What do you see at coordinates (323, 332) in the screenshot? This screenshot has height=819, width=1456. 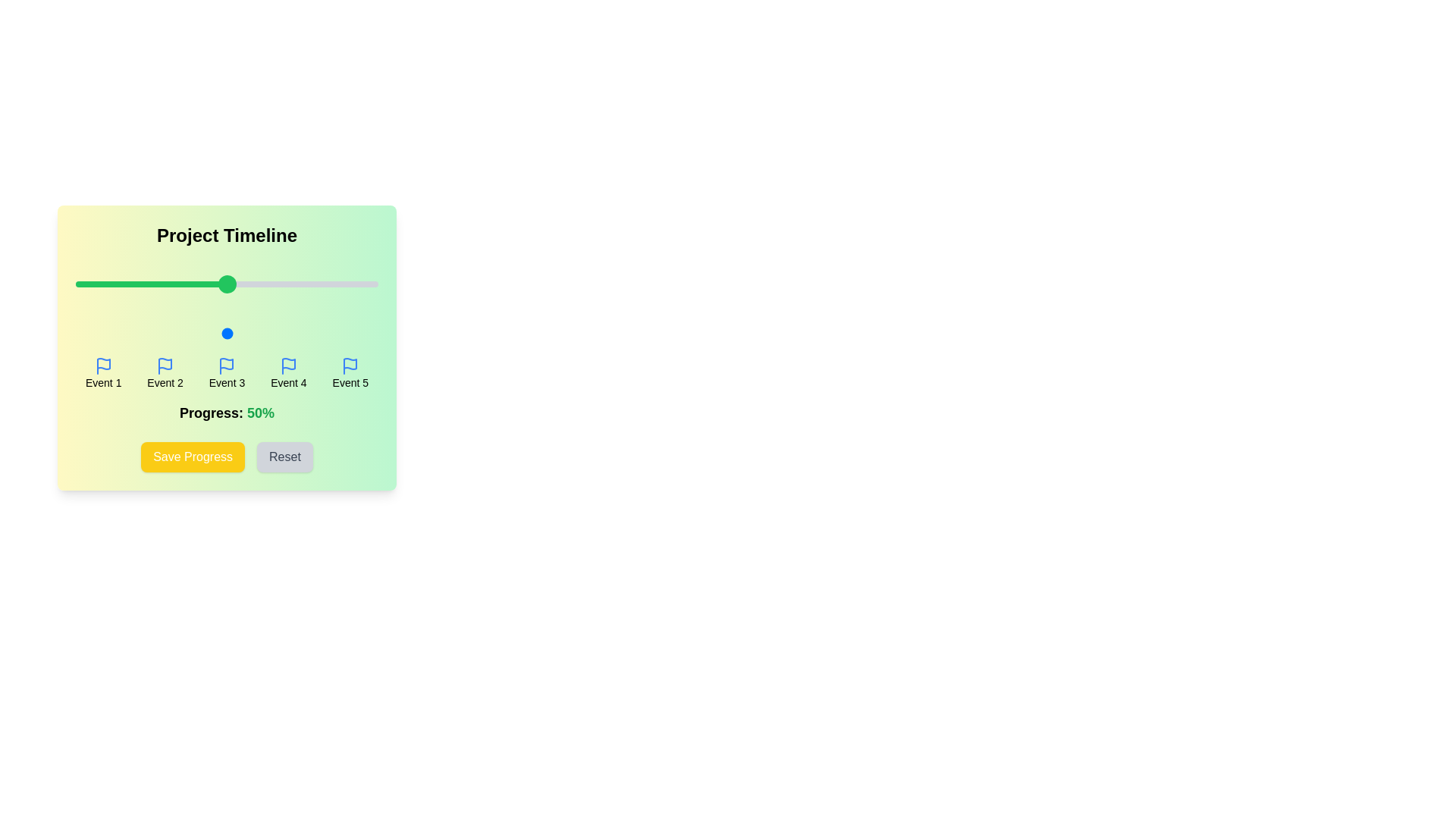 I see `the timeline progress to 82% by adjusting the slider` at bounding box center [323, 332].